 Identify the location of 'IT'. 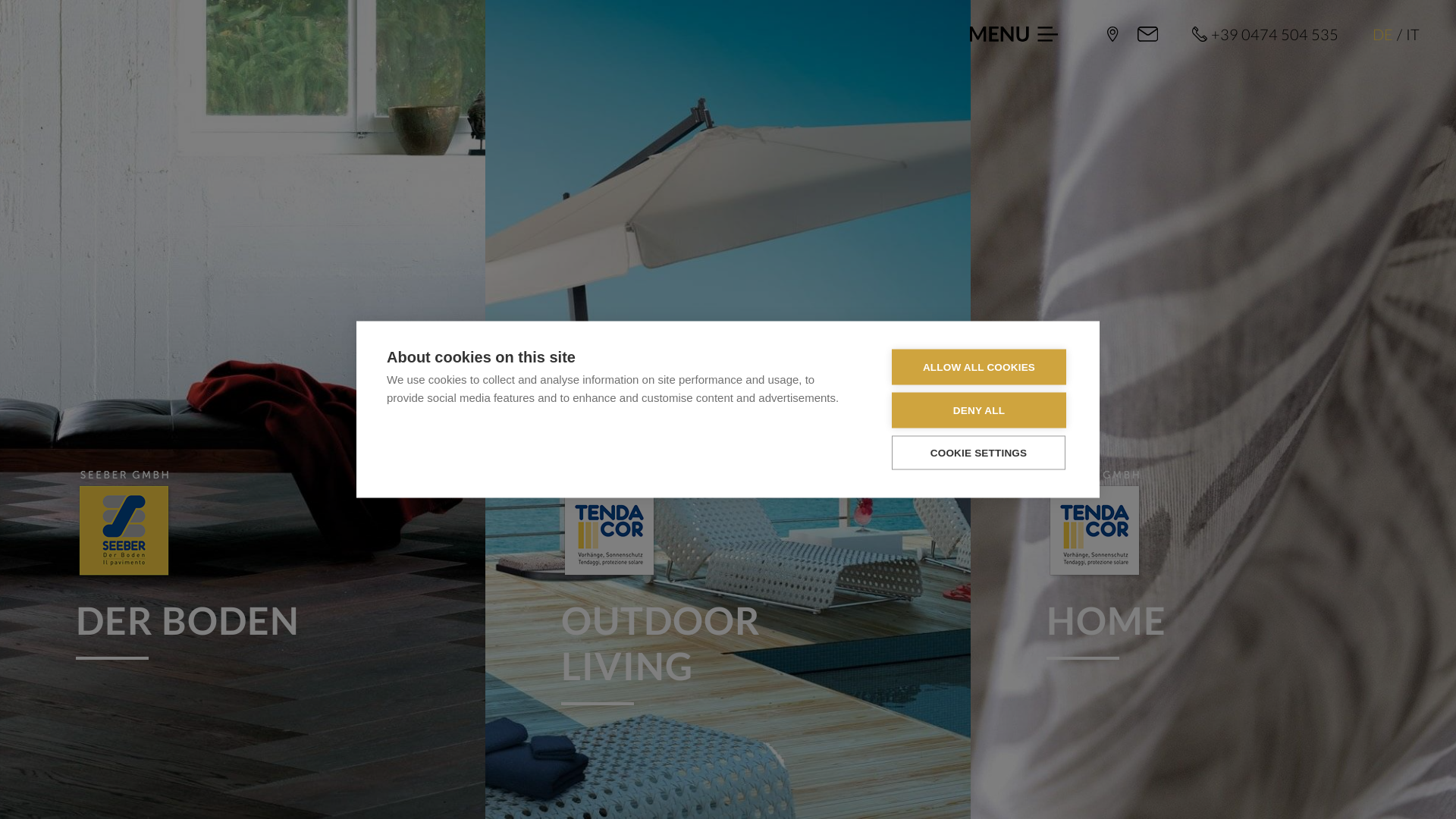
(1404, 34).